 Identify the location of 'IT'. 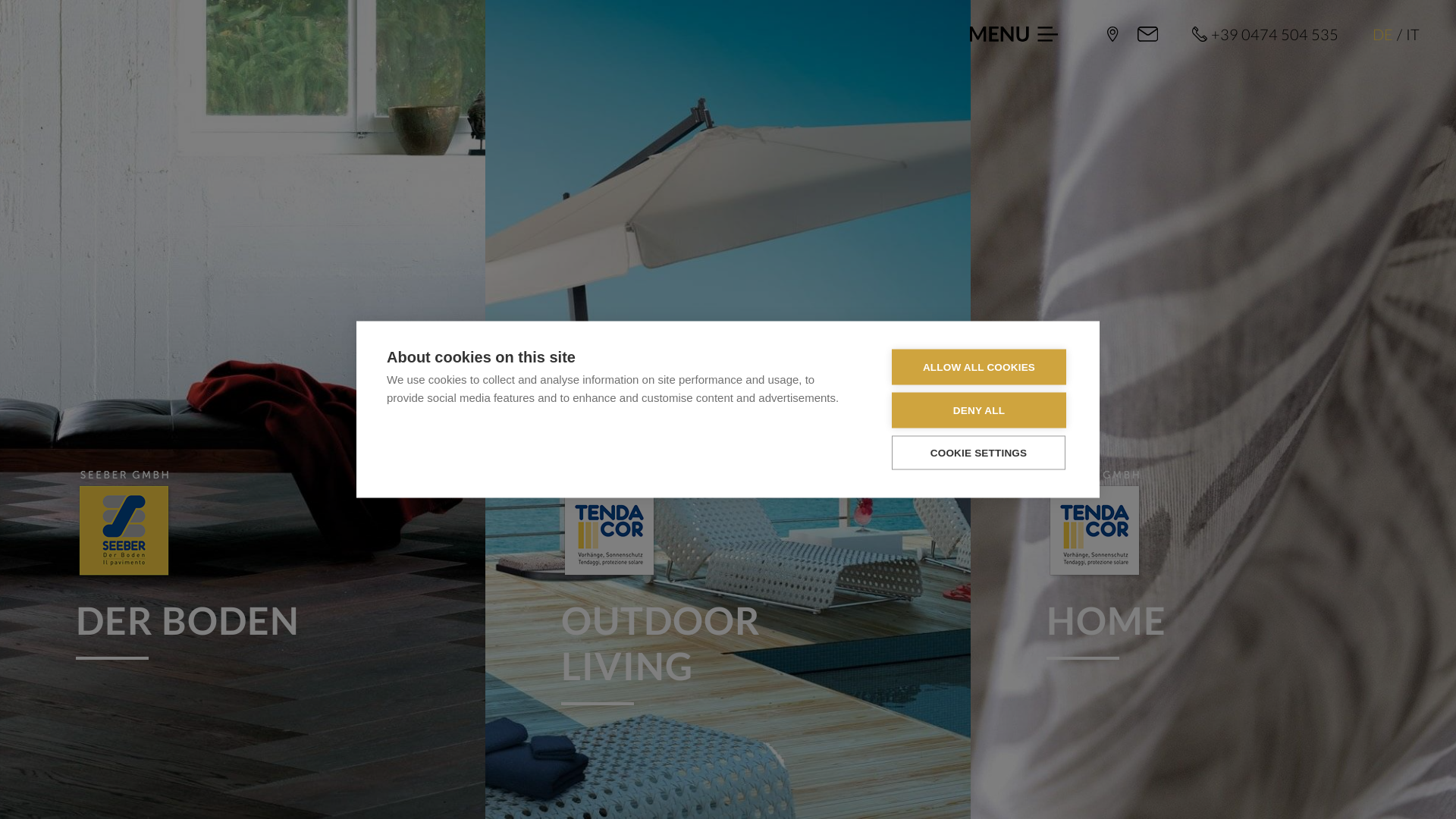
(1404, 34).